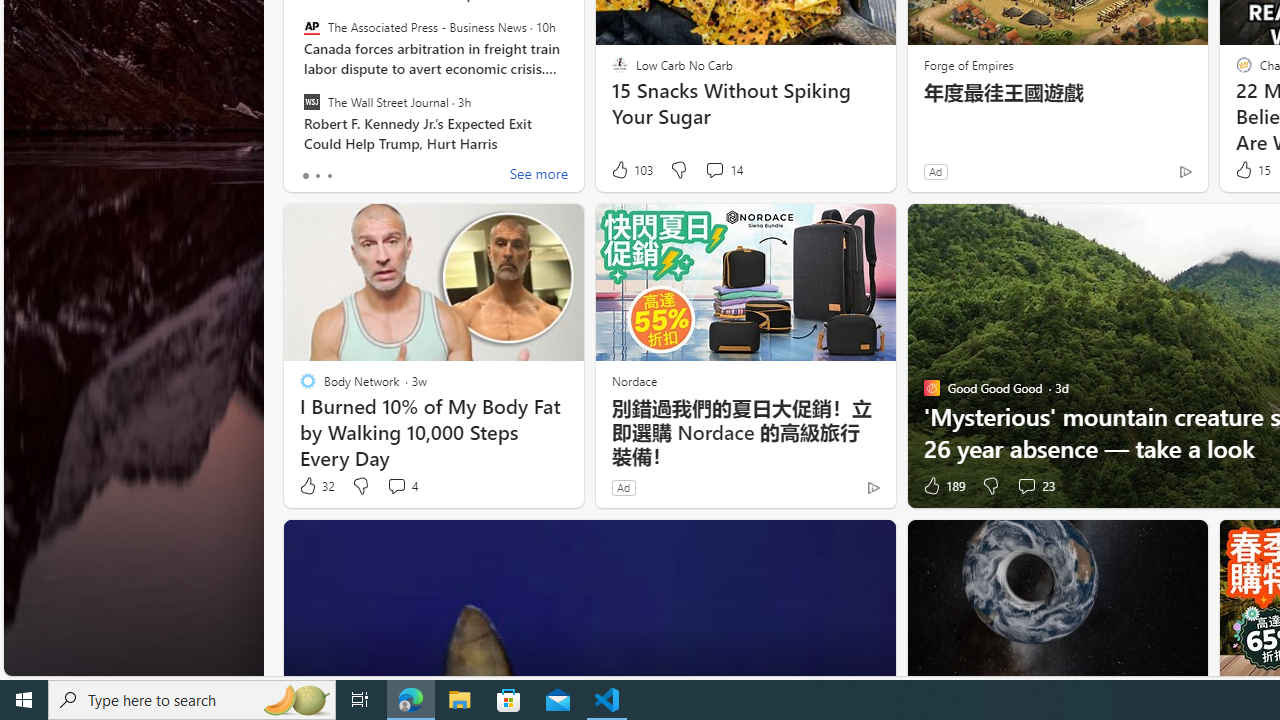 This screenshot has width=1280, height=720. I want to click on 'View comments 14 Comment', so click(714, 168).